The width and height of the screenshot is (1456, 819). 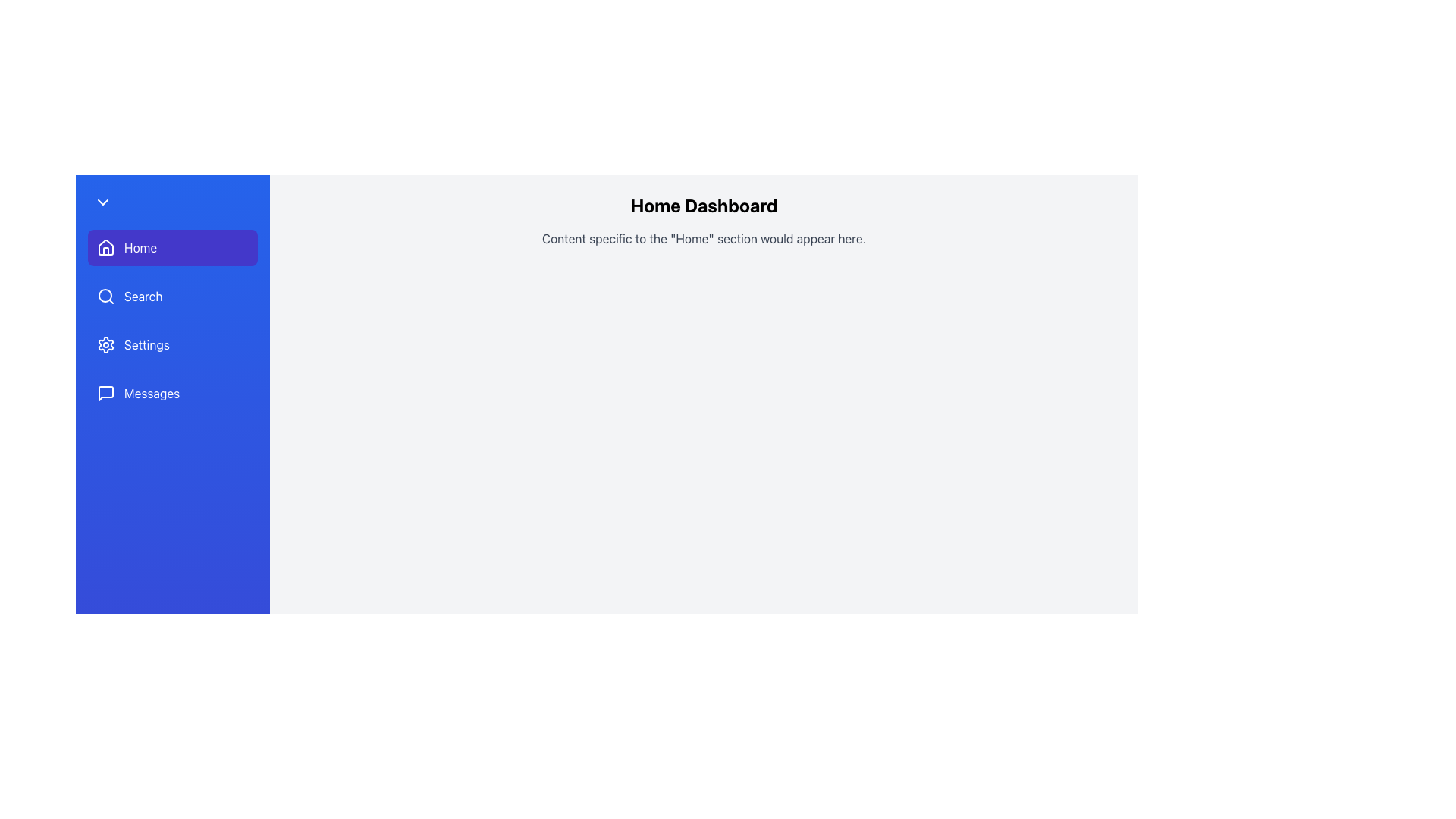 I want to click on the medium-gray text reading 'Content specific to the "Home" section would appear here.' that is positioned below the 'Home Dashboard' header to interact with it if it is enabled, so click(x=703, y=239).